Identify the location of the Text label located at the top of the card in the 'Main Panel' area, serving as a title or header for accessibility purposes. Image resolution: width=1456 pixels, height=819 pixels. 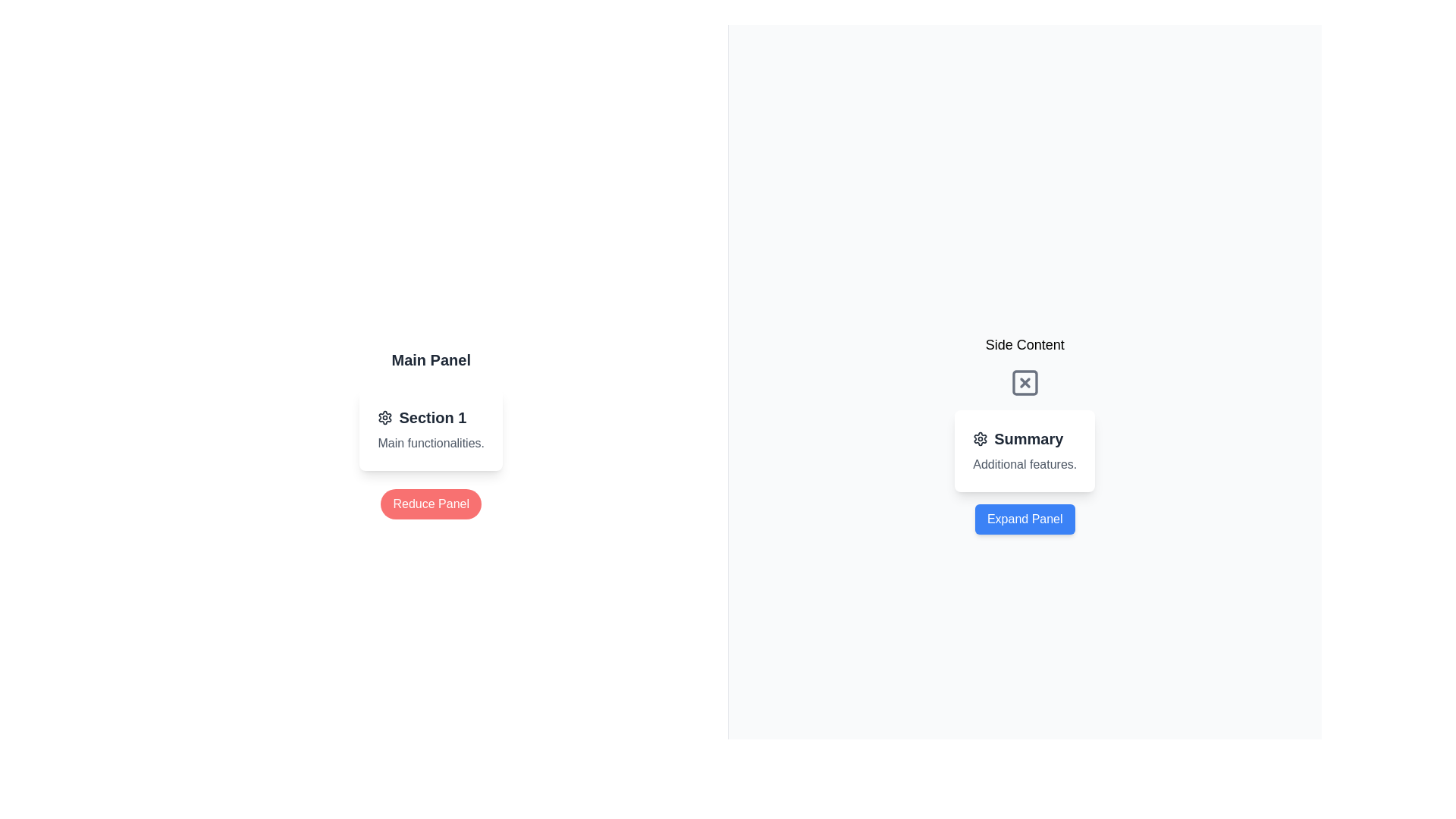
(422, 418).